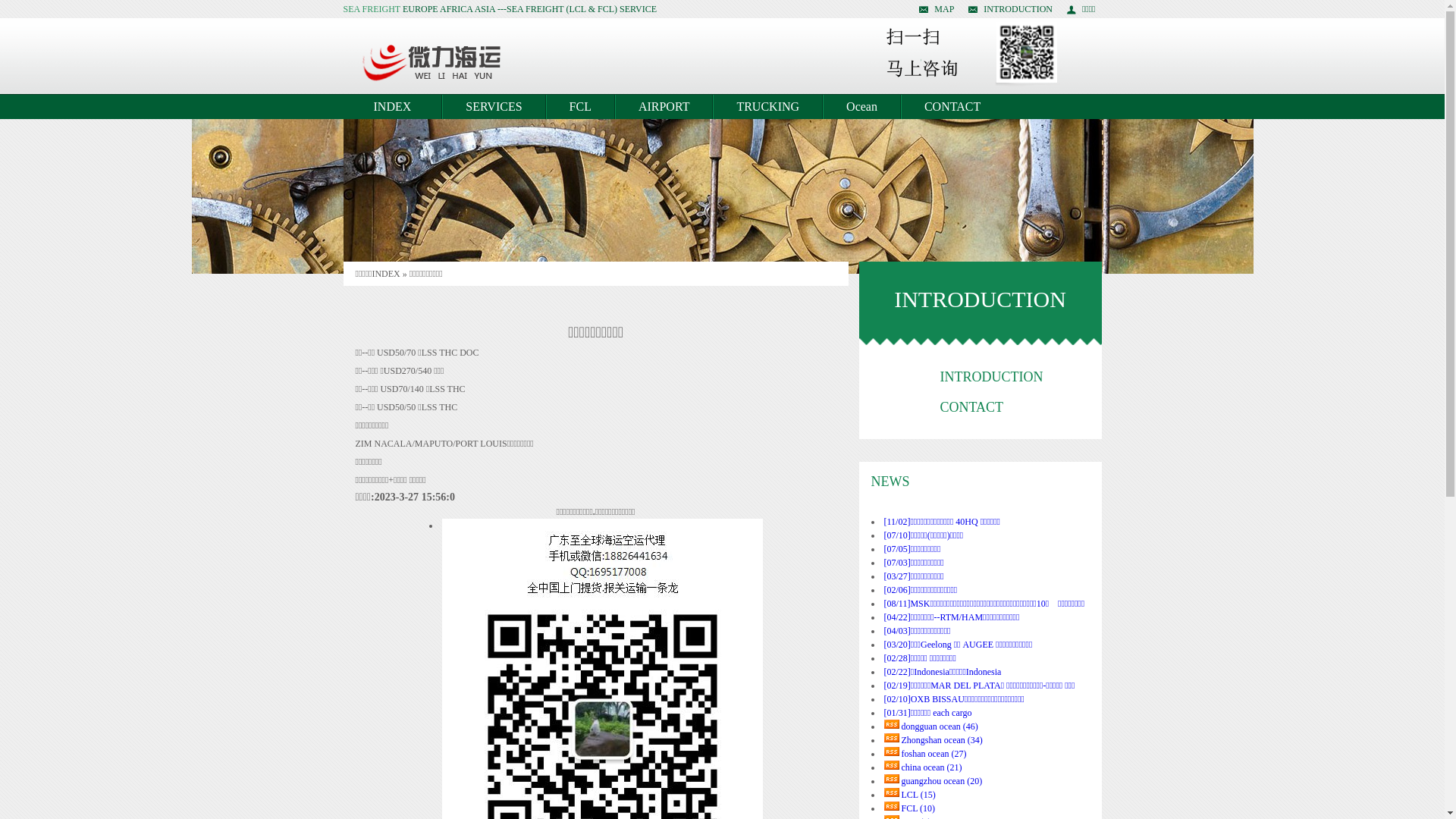 The image size is (1456, 819). Describe the element at coordinates (951, 106) in the screenshot. I see `'CONTACT'` at that location.